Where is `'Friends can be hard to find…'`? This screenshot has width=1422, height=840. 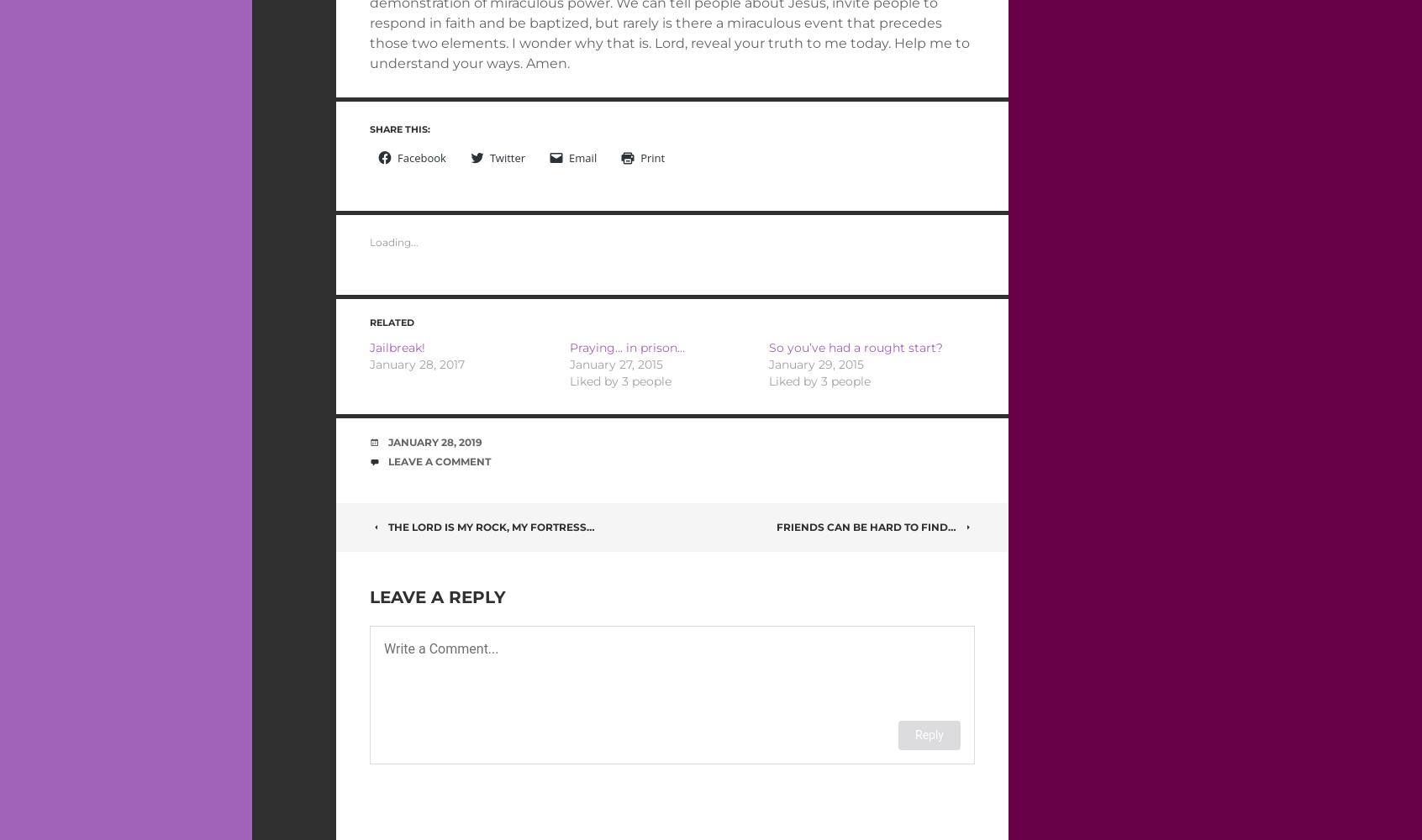 'Friends can be hard to find…' is located at coordinates (865, 526).